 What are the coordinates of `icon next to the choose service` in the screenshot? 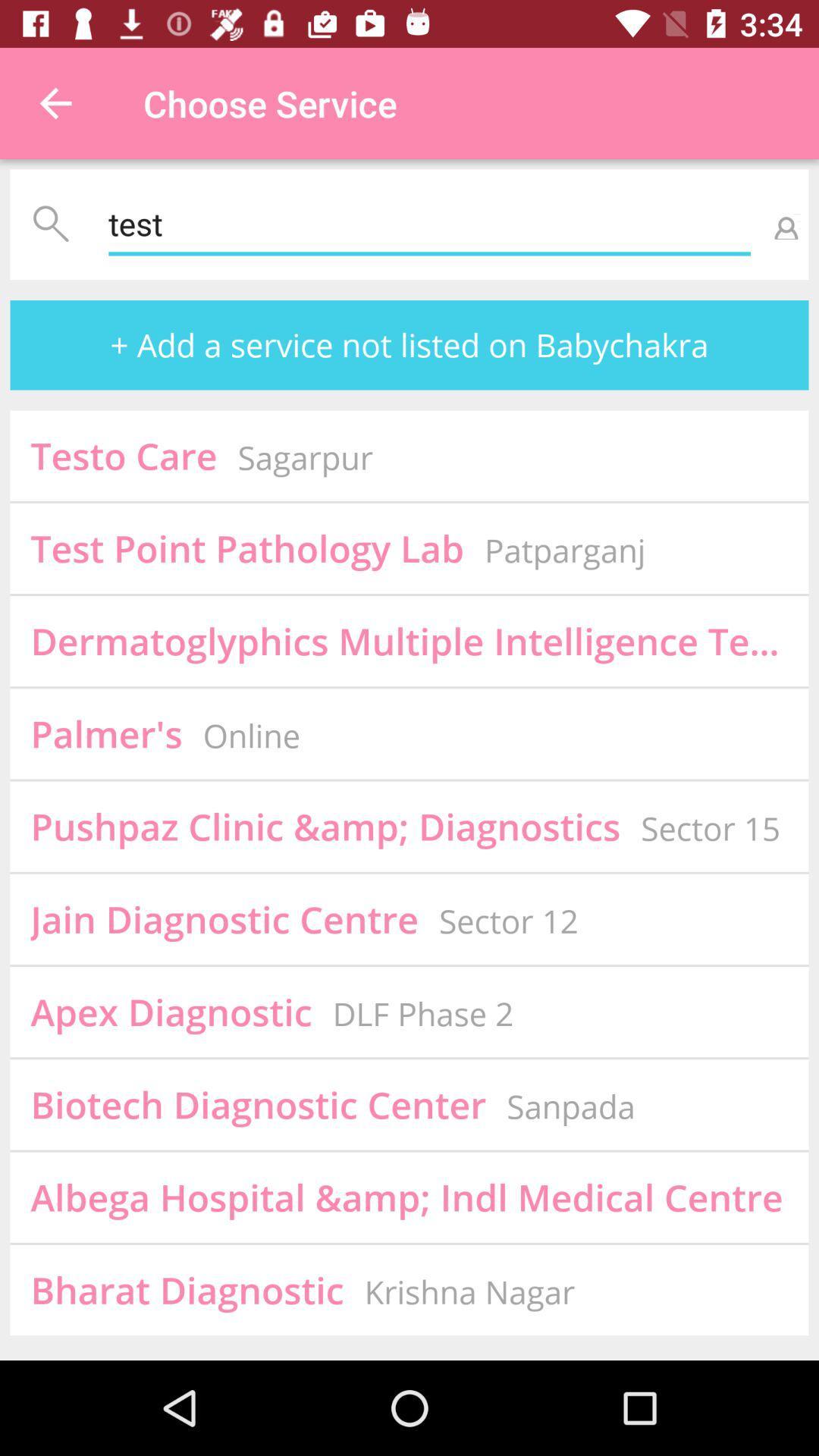 It's located at (55, 102).